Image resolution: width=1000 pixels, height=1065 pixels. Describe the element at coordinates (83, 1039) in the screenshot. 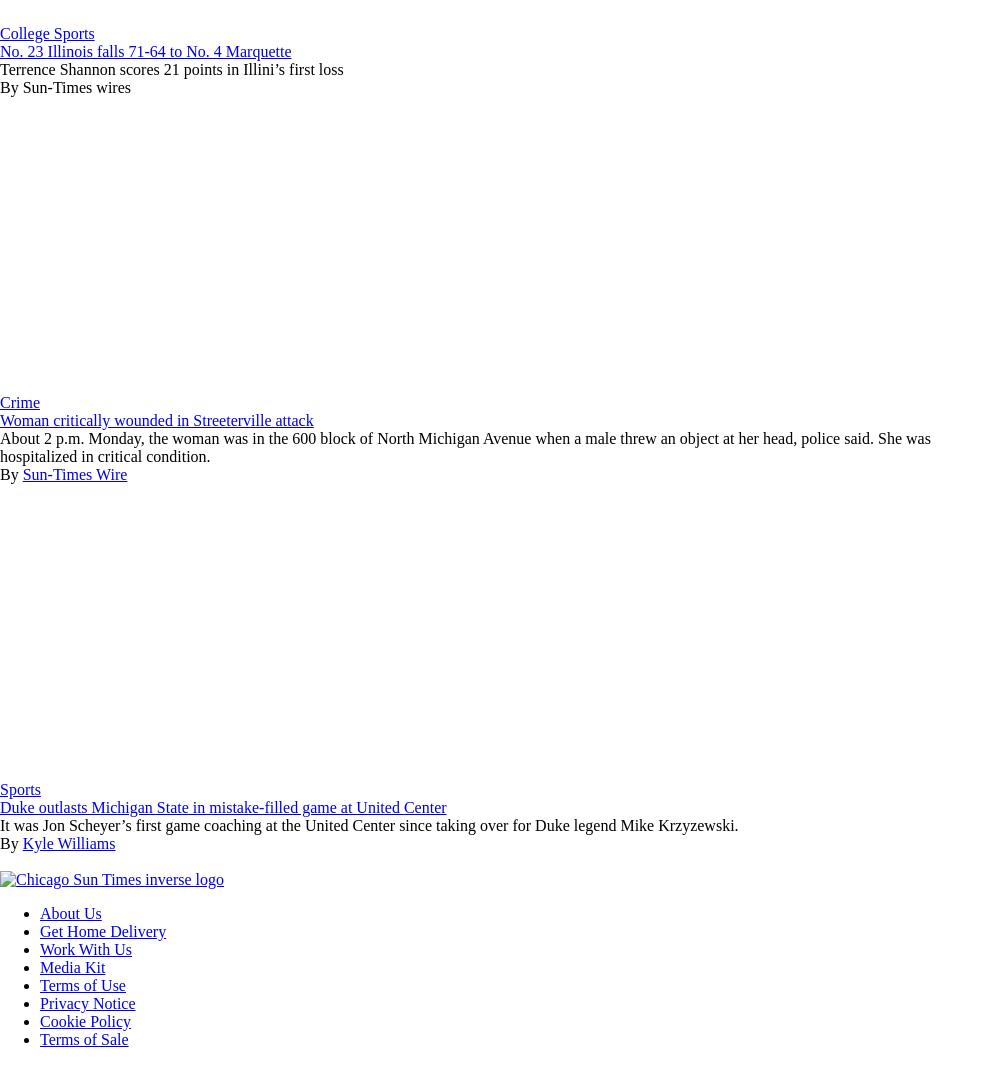

I see `'Terms of Sale'` at that location.